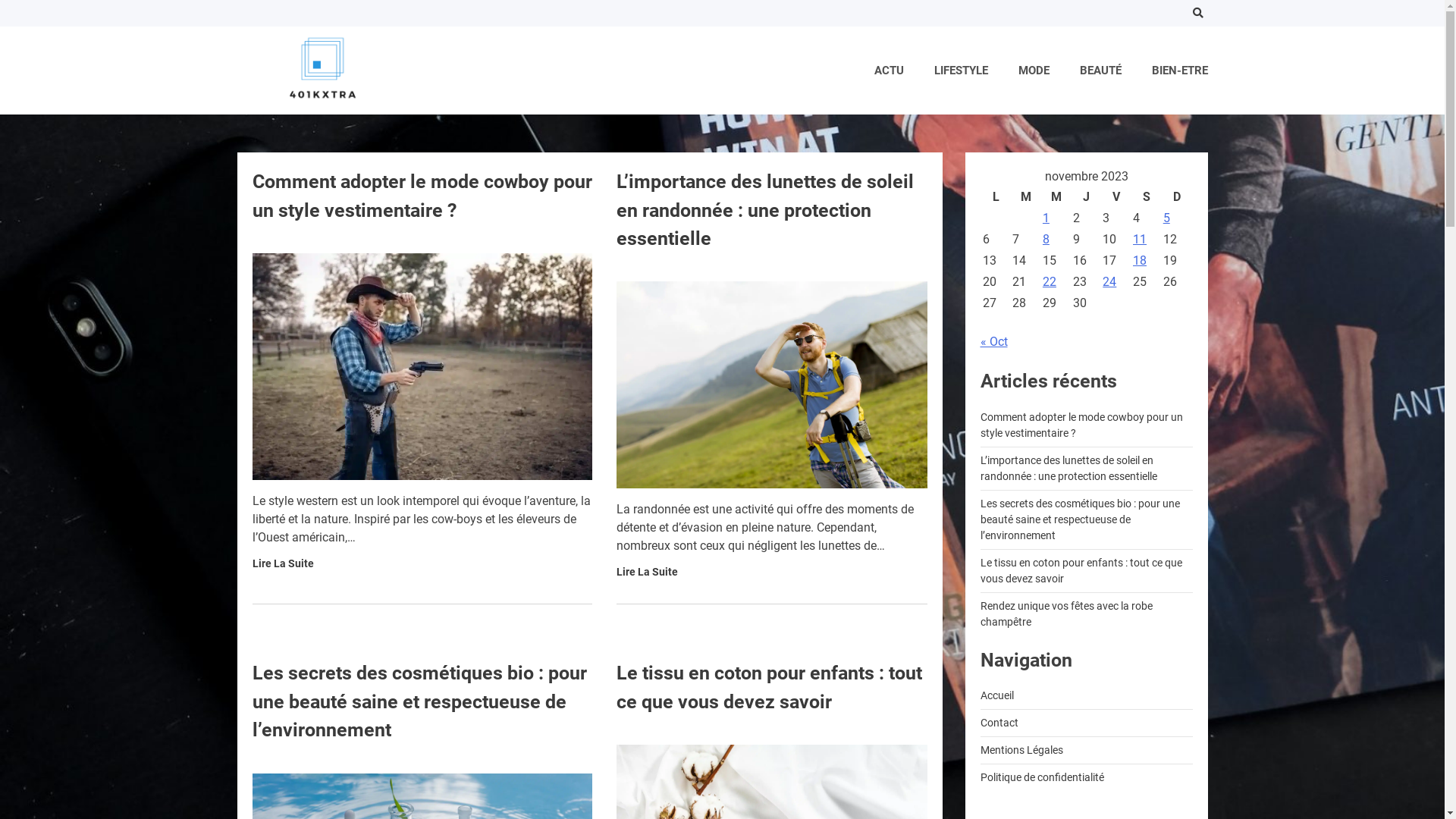 The height and width of the screenshot is (819, 1456). Describe the element at coordinates (1178, 71) in the screenshot. I see `'BIEN-ETRE'` at that location.